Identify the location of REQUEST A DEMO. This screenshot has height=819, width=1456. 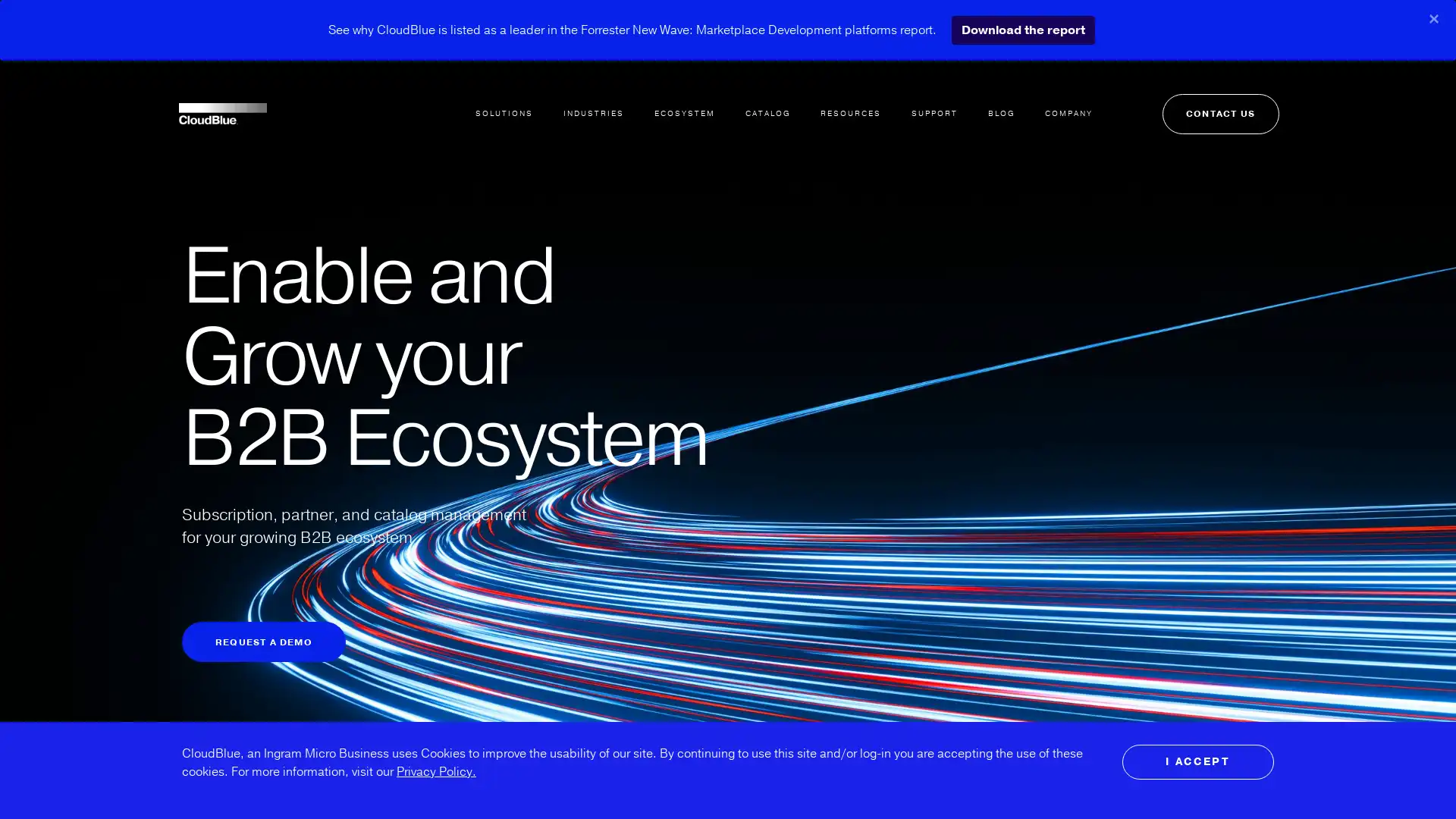
(263, 642).